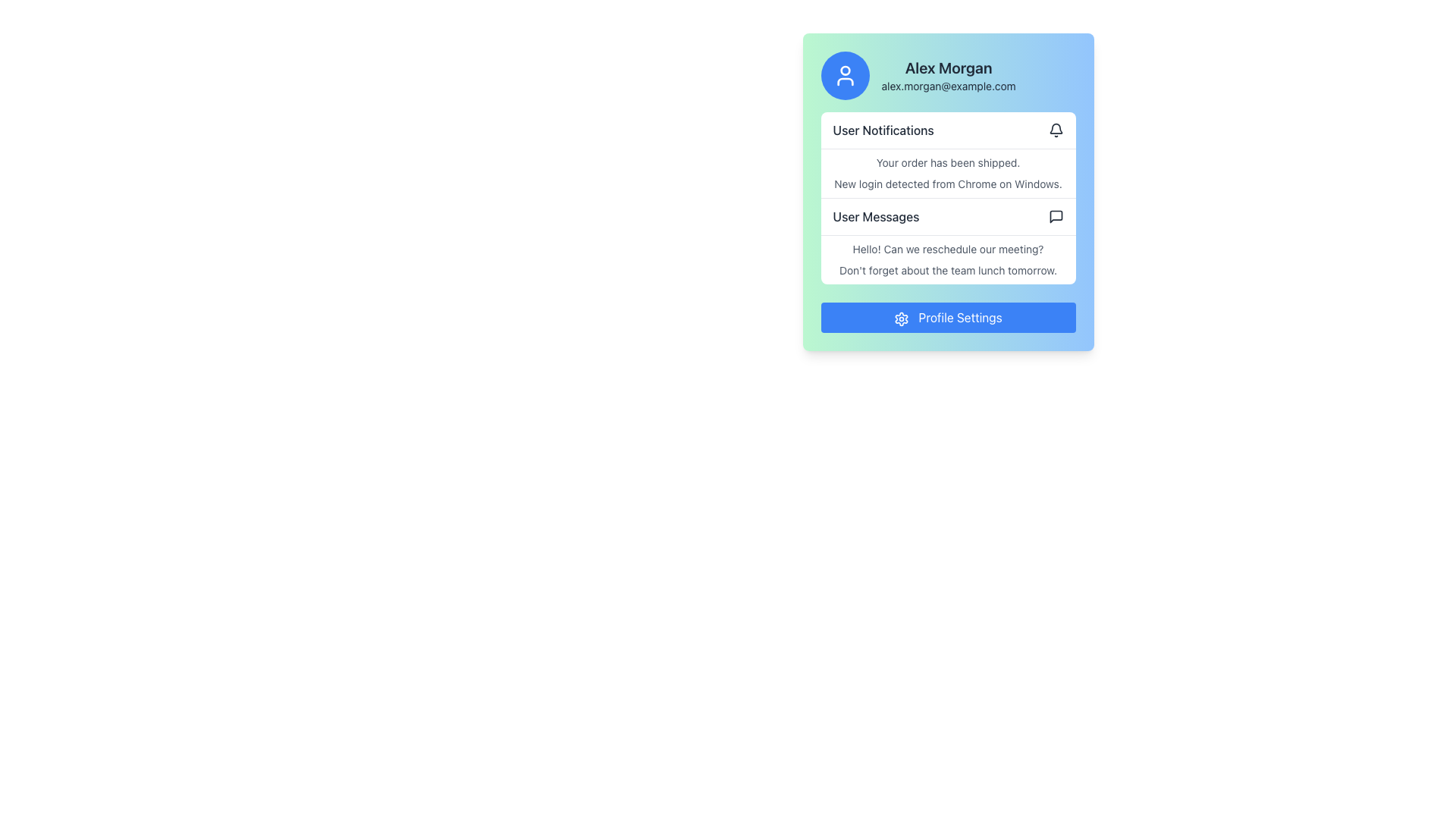 The height and width of the screenshot is (819, 1456). Describe the element at coordinates (844, 76) in the screenshot. I see `the user profile icon located at the upper left of the profile card, adjacent to the text content 'Alex Morgan' and 'alex.morgan@example.com'` at that location.